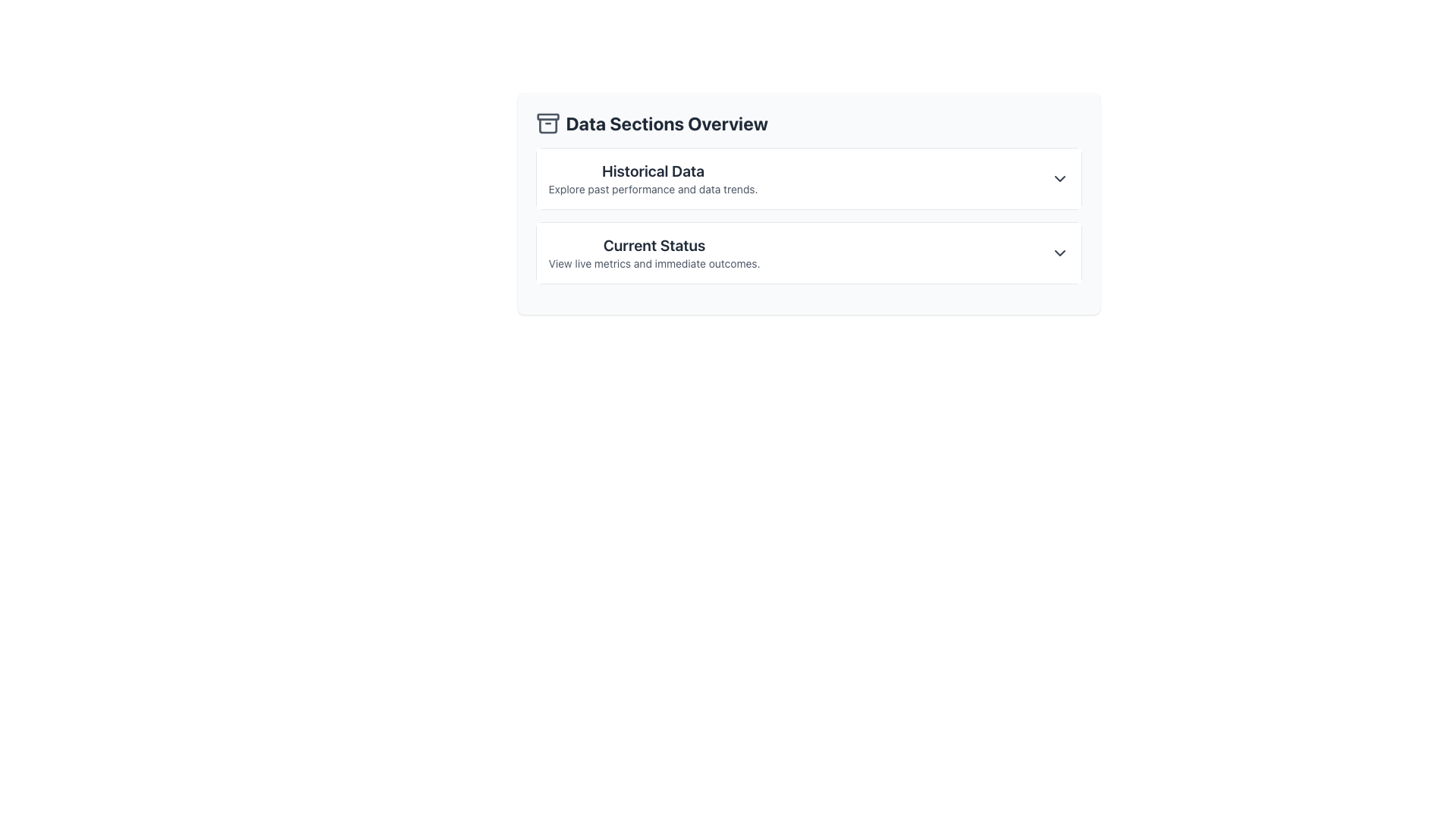 This screenshot has height=819, width=1456. I want to click on the expandable or collapsible icon located at the far right of the 'Current Status' section, so click(1059, 253).